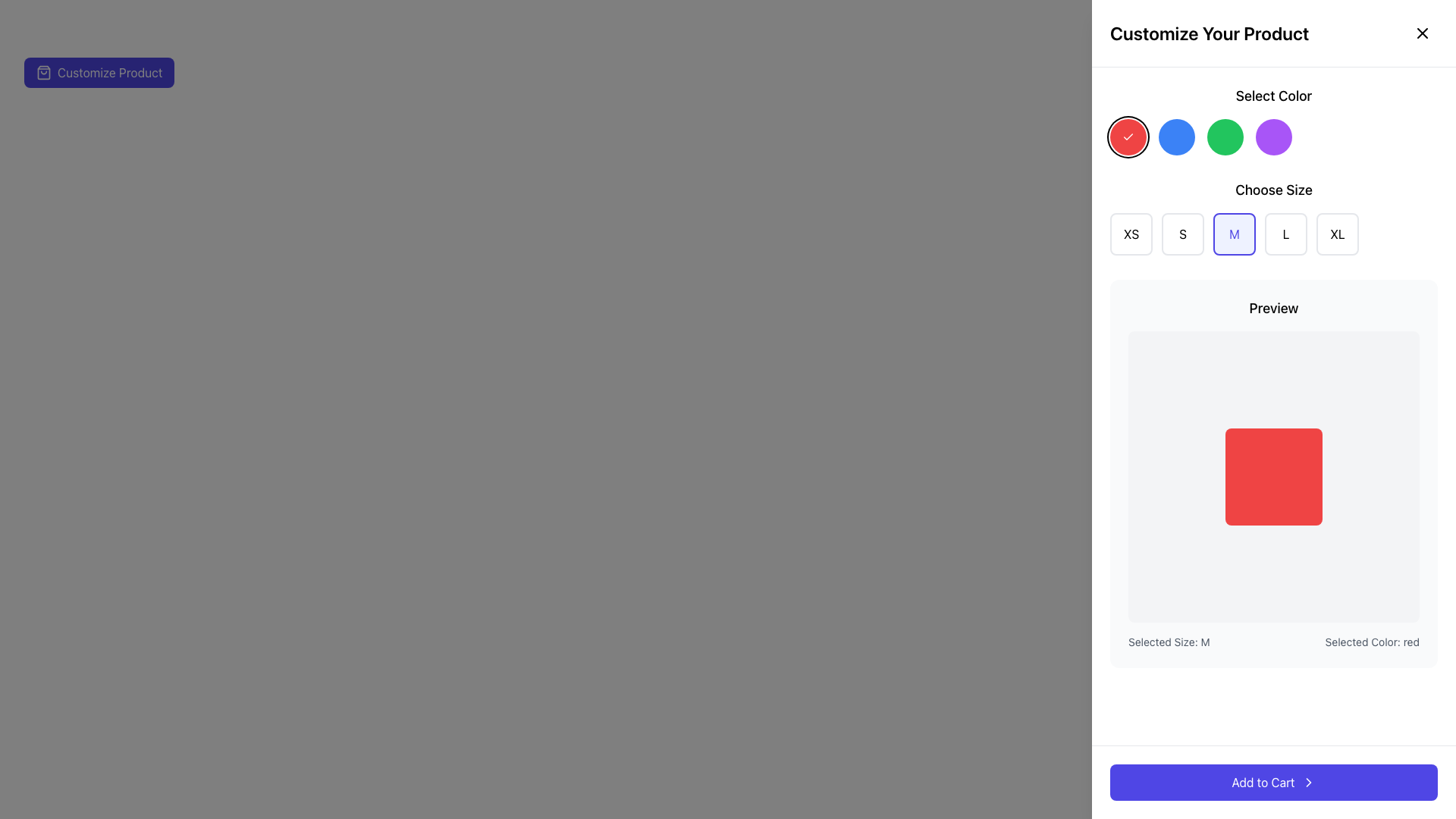 This screenshot has width=1456, height=819. Describe the element at coordinates (43, 73) in the screenshot. I see `the shopping bag icon within the 'Customize Product' button, which is located in the upper-left region of the interface` at that location.